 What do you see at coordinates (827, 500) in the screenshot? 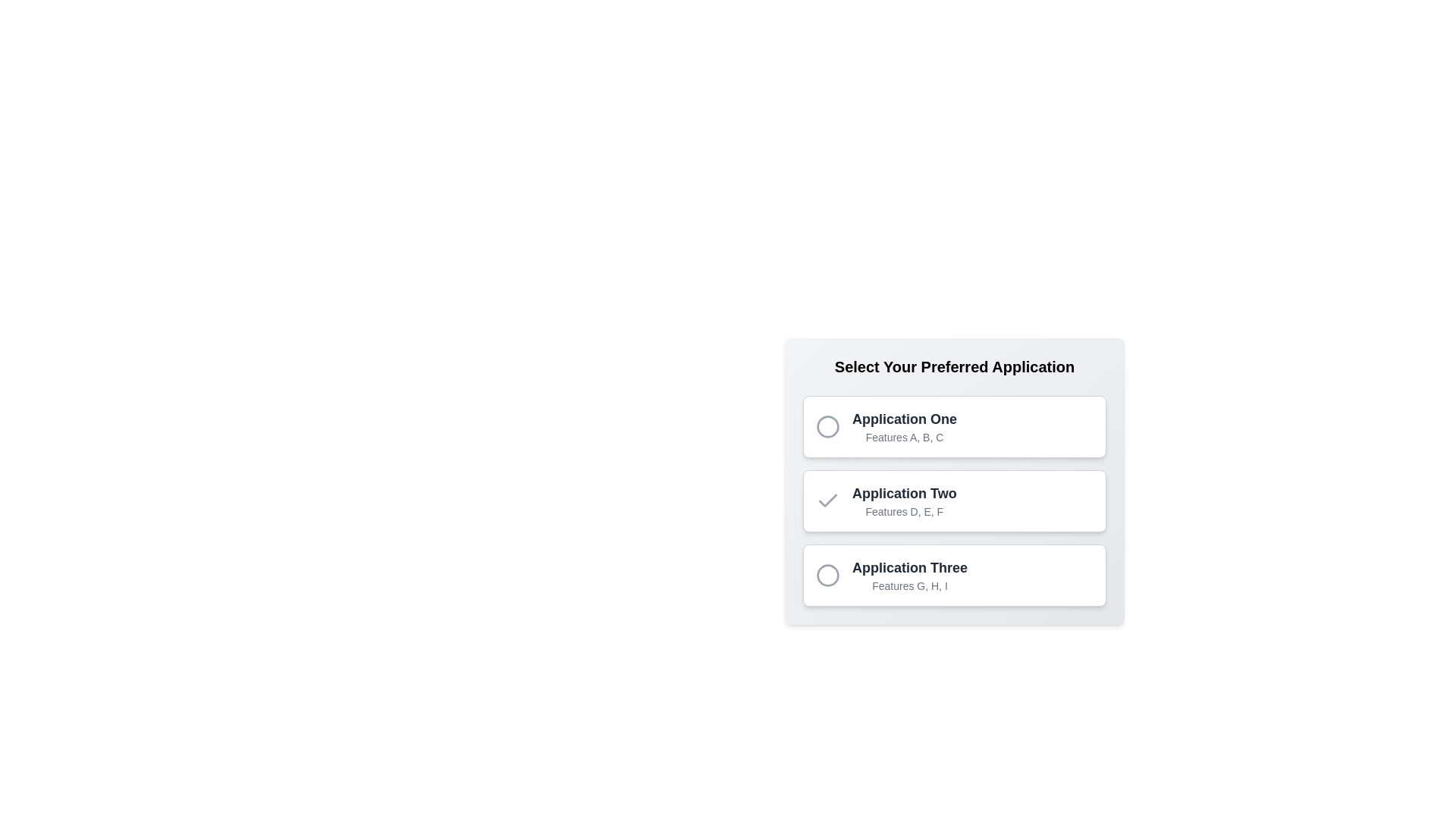
I see `the checkmark icon styled in a gray outline, located to the left of the text 'Application Two' in the selection interface` at bounding box center [827, 500].